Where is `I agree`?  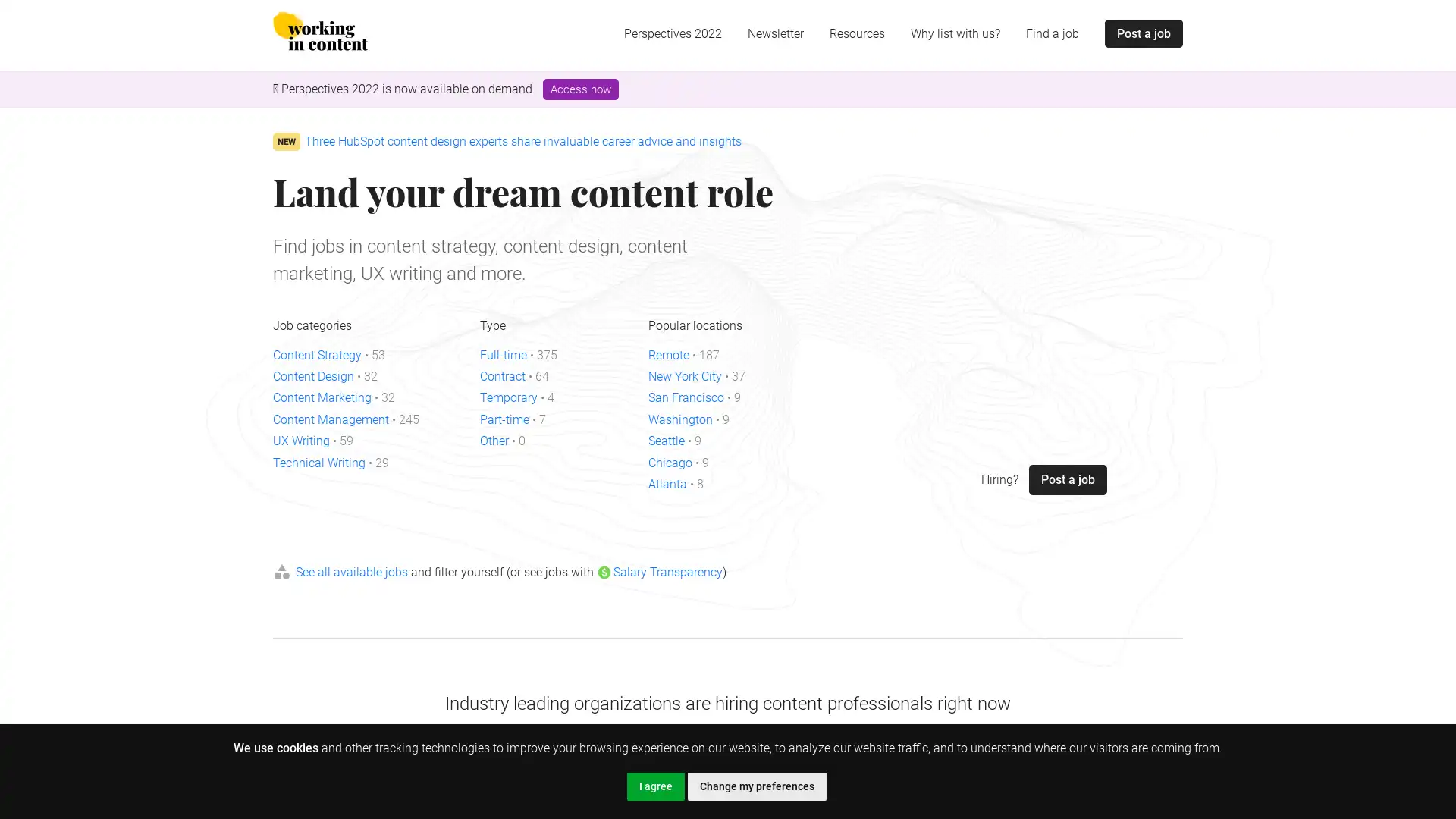
I agree is located at coordinates (655, 786).